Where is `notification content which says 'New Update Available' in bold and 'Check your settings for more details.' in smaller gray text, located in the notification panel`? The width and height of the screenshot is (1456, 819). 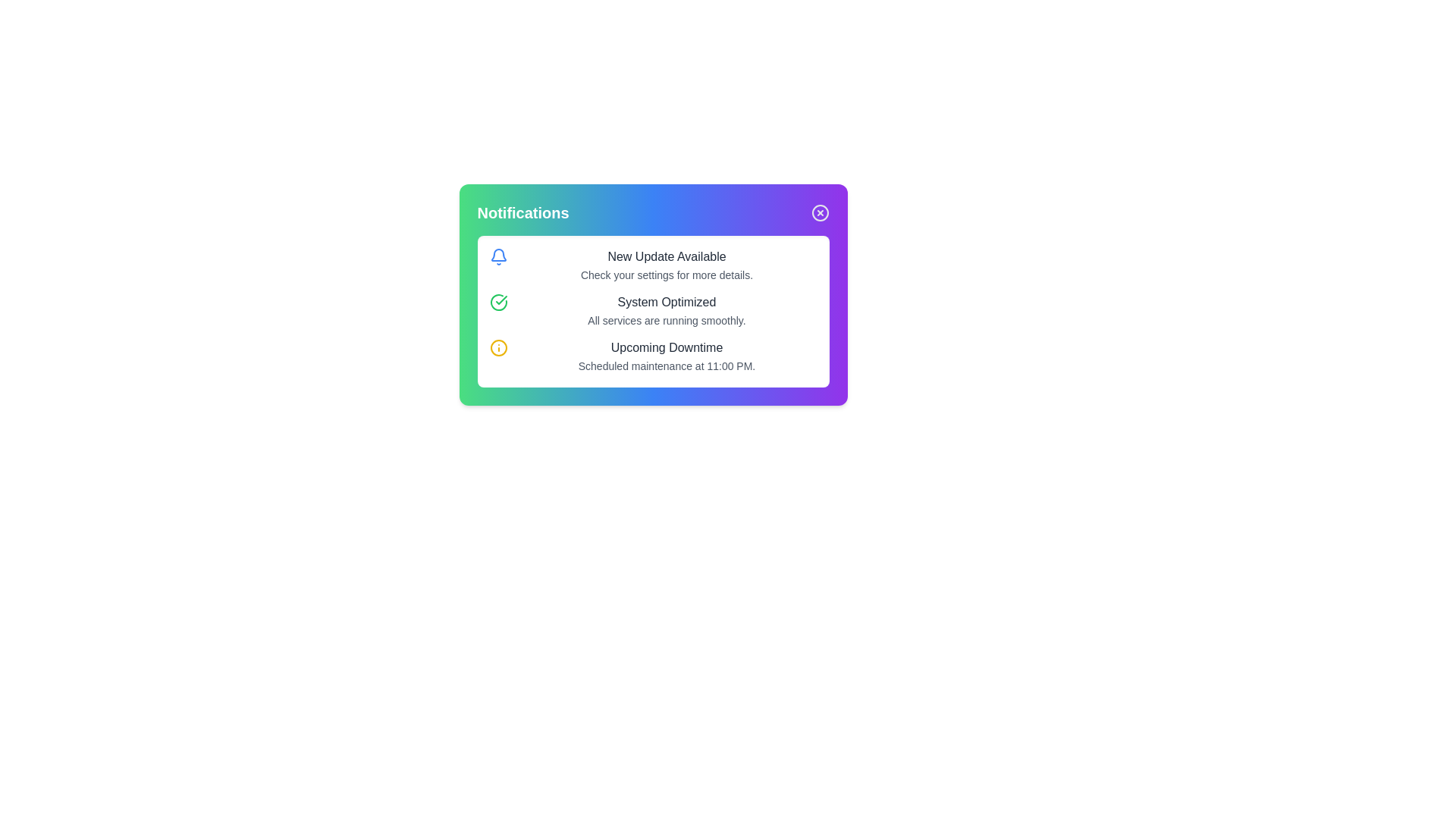 notification content which says 'New Update Available' in bold and 'Check your settings for more details.' in smaller gray text, located in the notification panel is located at coordinates (667, 265).